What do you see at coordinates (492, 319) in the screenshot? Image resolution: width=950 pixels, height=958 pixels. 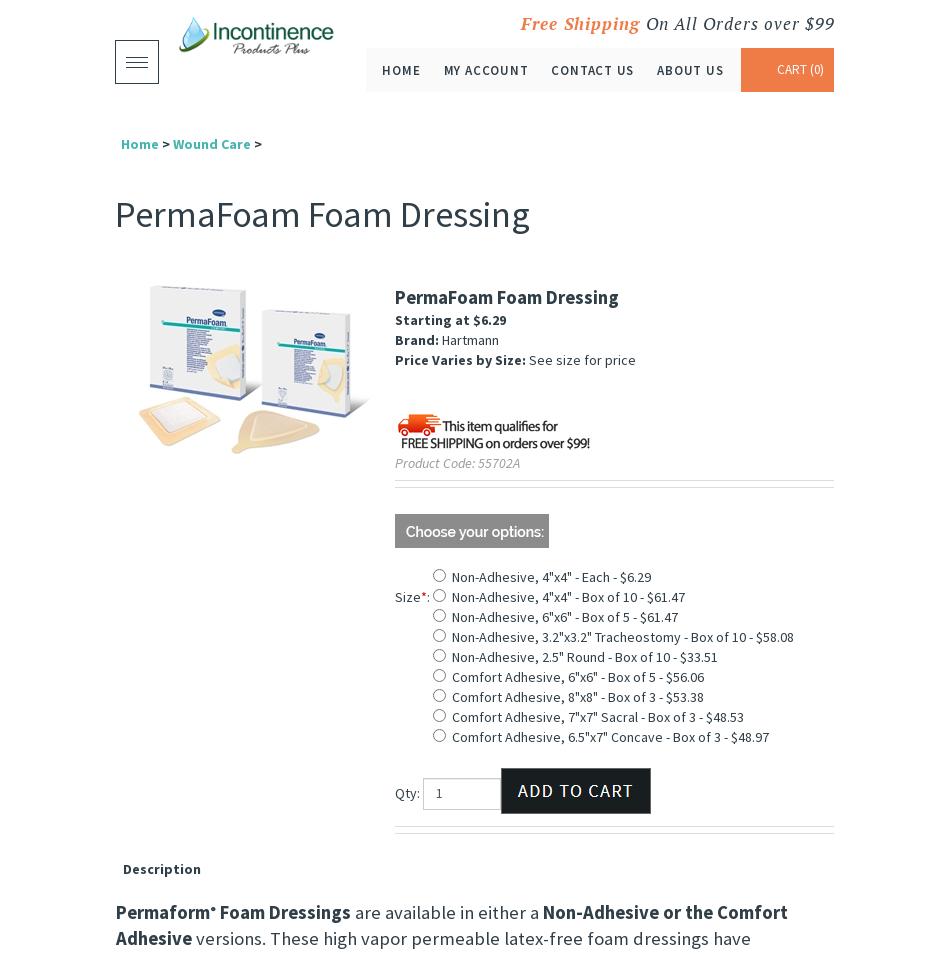 I see `'6.29'` at bounding box center [492, 319].